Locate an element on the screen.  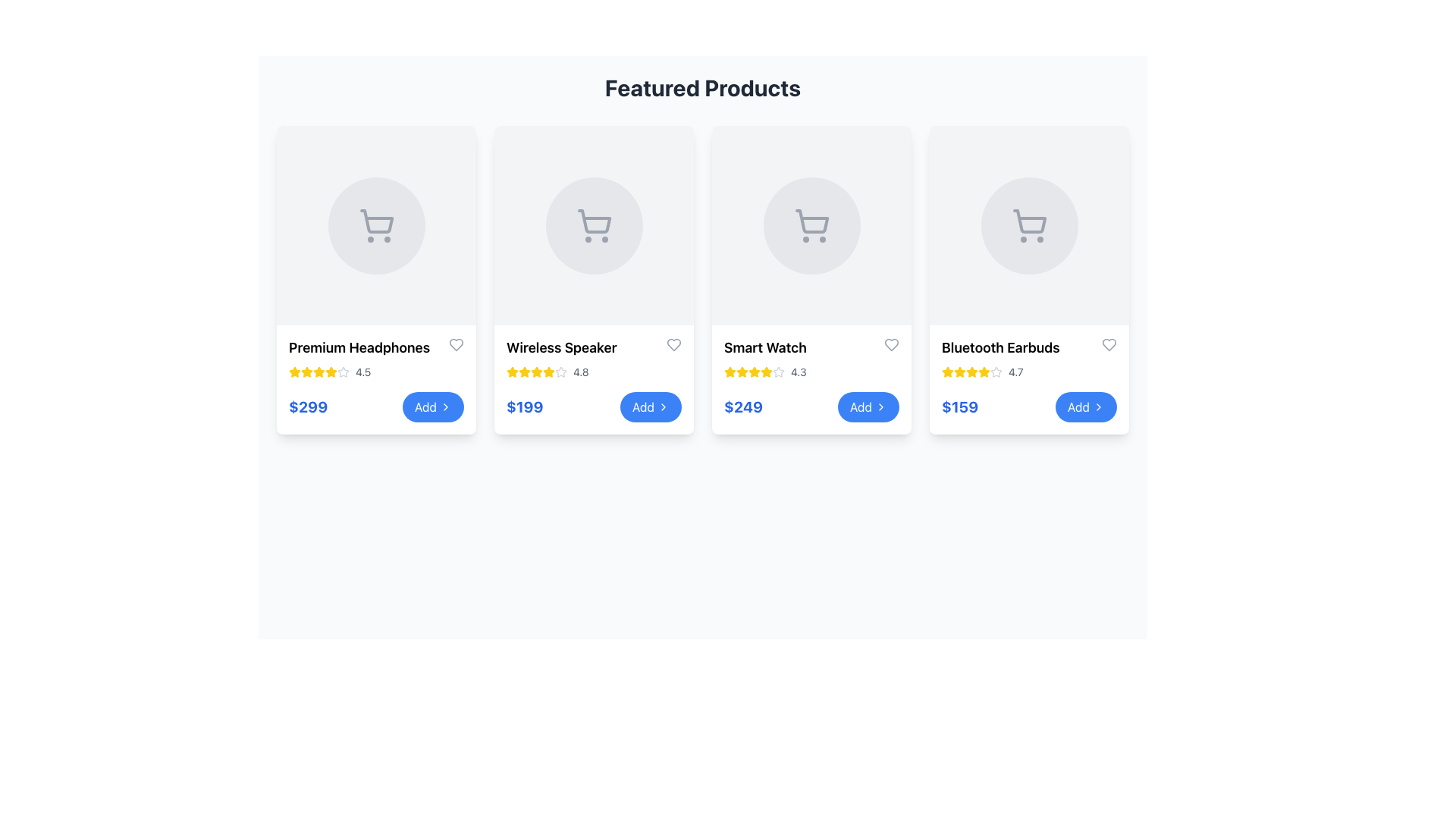
the rating display stars in the 'Bluetooth Earbuds' product card is located at coordinates (1029, 372).